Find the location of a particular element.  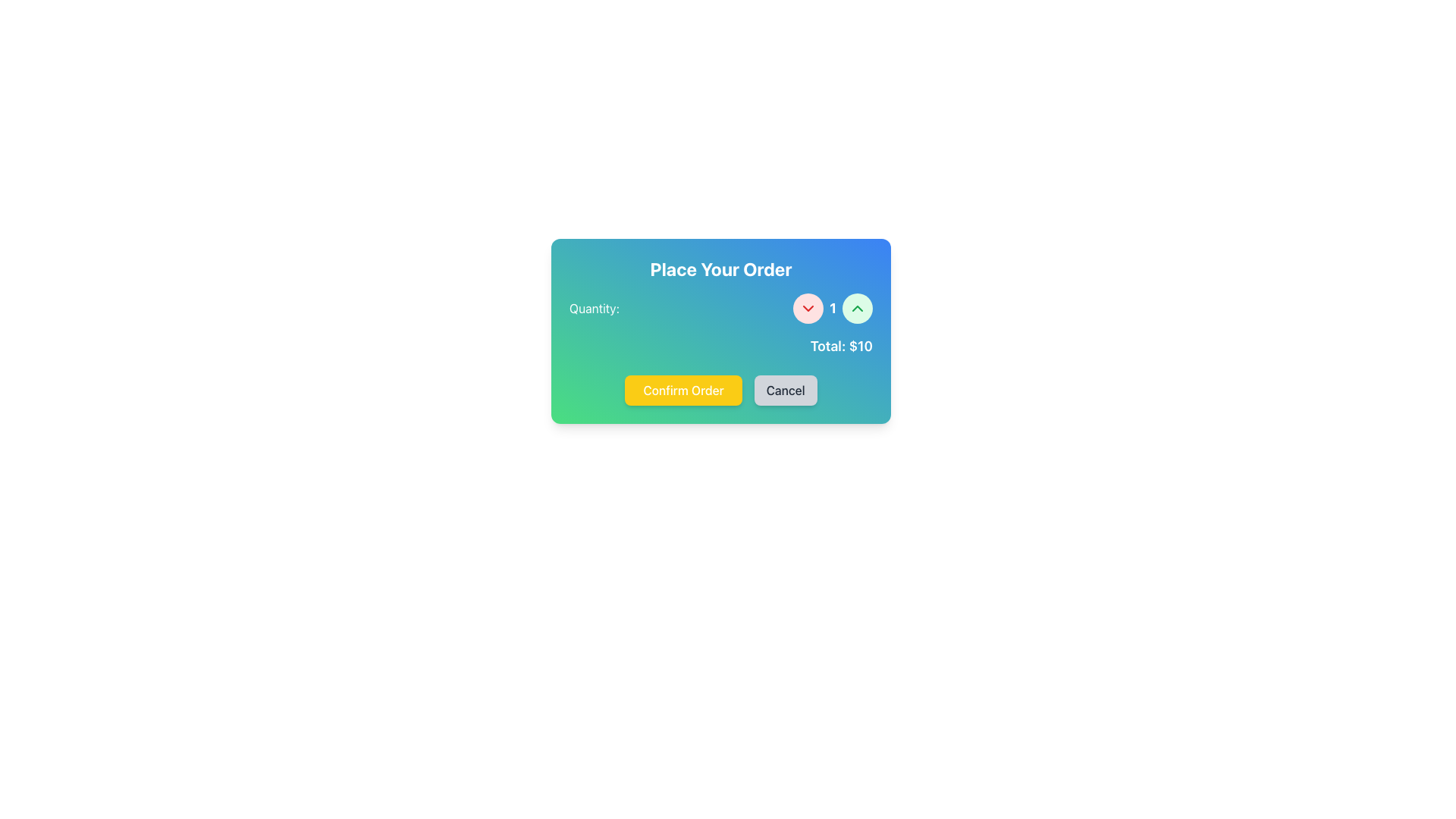

the cancel button located to the right of the 'Confirm Order' button in the modal is located at coordinates (786, 390).